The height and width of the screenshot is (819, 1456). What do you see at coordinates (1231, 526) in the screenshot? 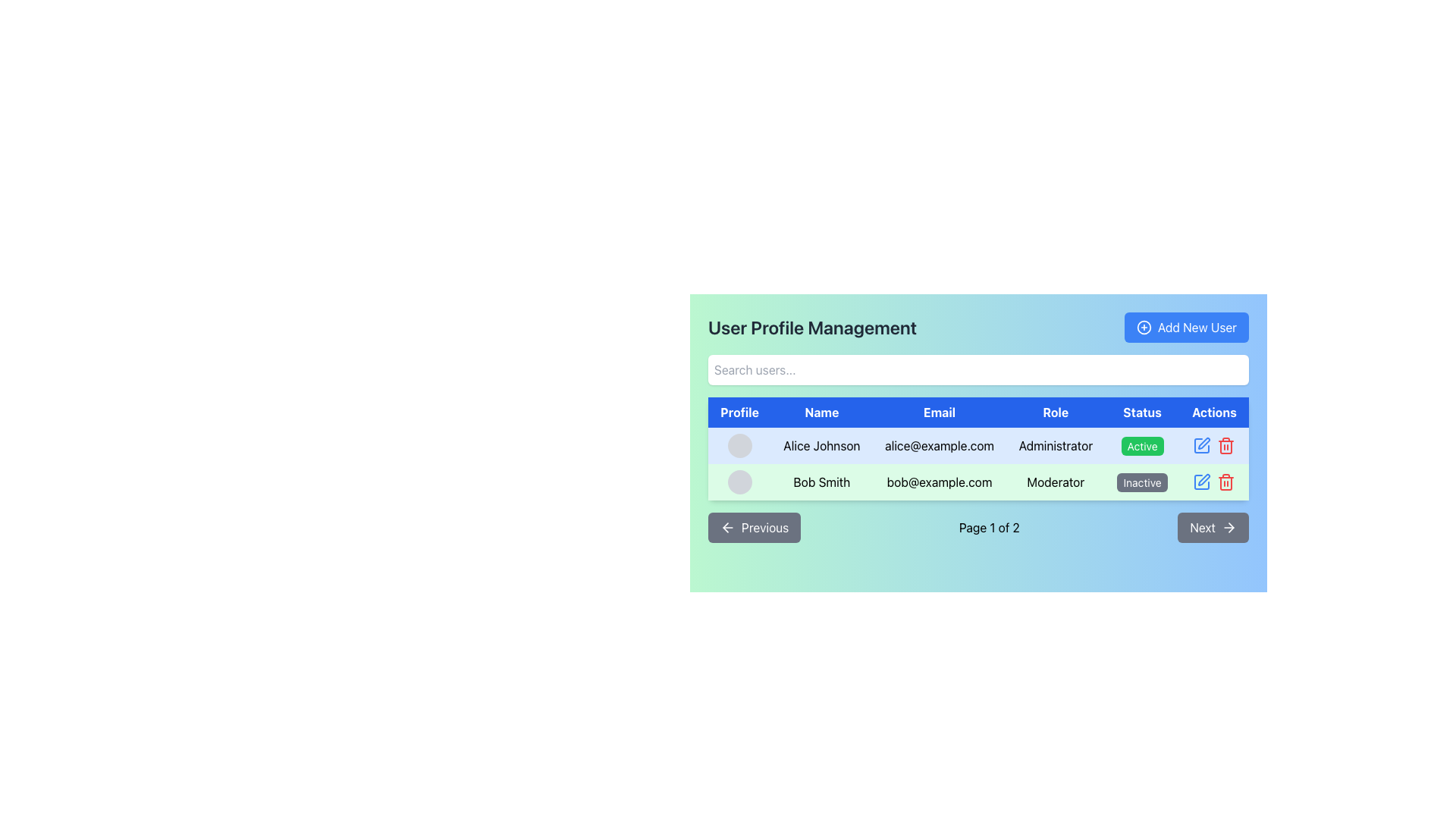
I see `the 'Next' button which includes the graphical arrowhead indicating forward action, located at the bottom-right corner of the interface` at bounding box center [1231, 526].